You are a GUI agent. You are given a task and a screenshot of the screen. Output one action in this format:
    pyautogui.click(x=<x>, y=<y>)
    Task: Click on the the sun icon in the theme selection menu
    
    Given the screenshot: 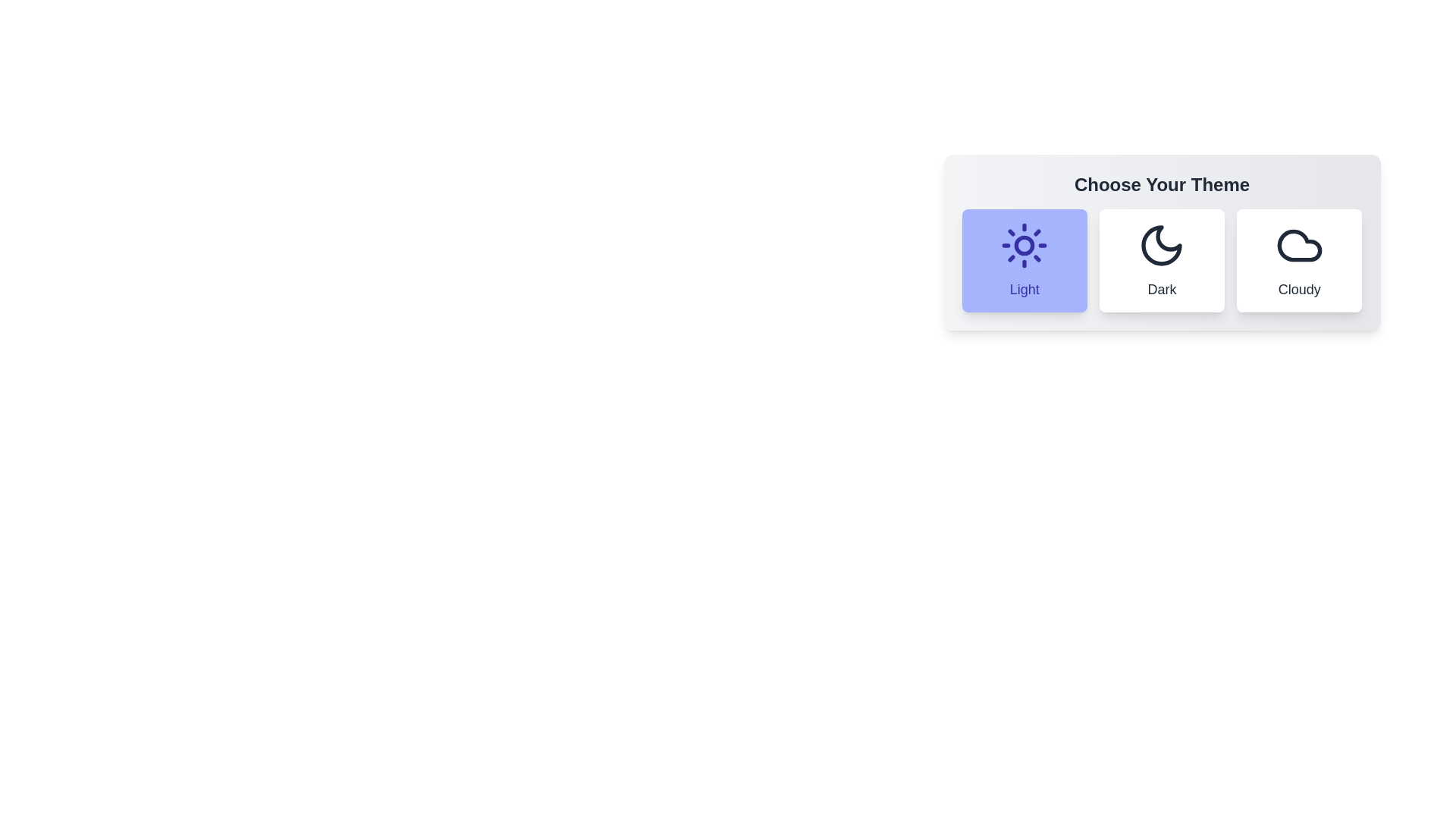 What is the action you would take?
    pyautogui.click(x=1025, y=245)
    